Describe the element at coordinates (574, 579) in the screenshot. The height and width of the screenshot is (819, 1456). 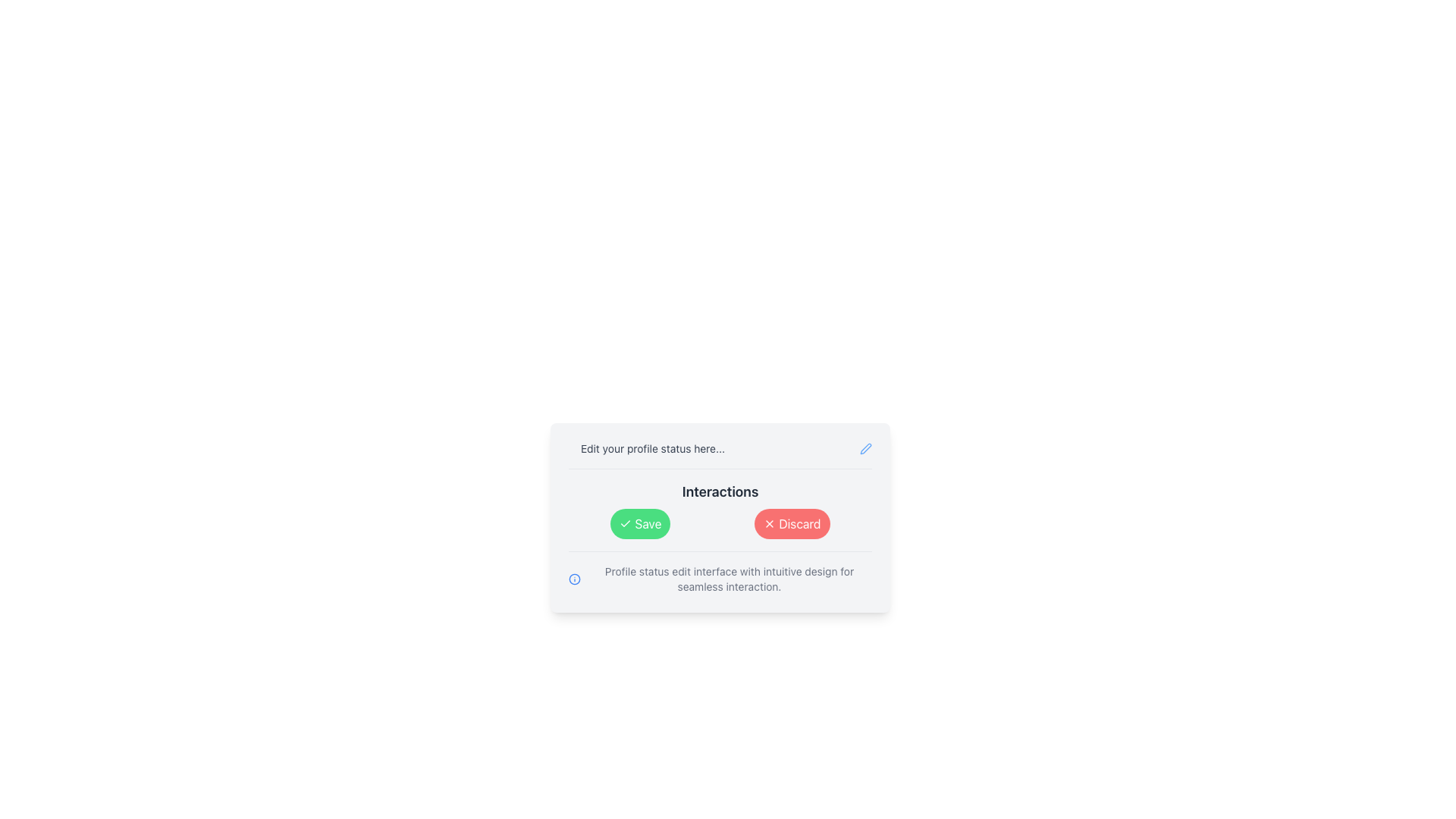
I see `the small circular blue icon with an info symbol, located to the left of the 'Profile status edit interface with intuitive design for seamless interaction.'` at that location.